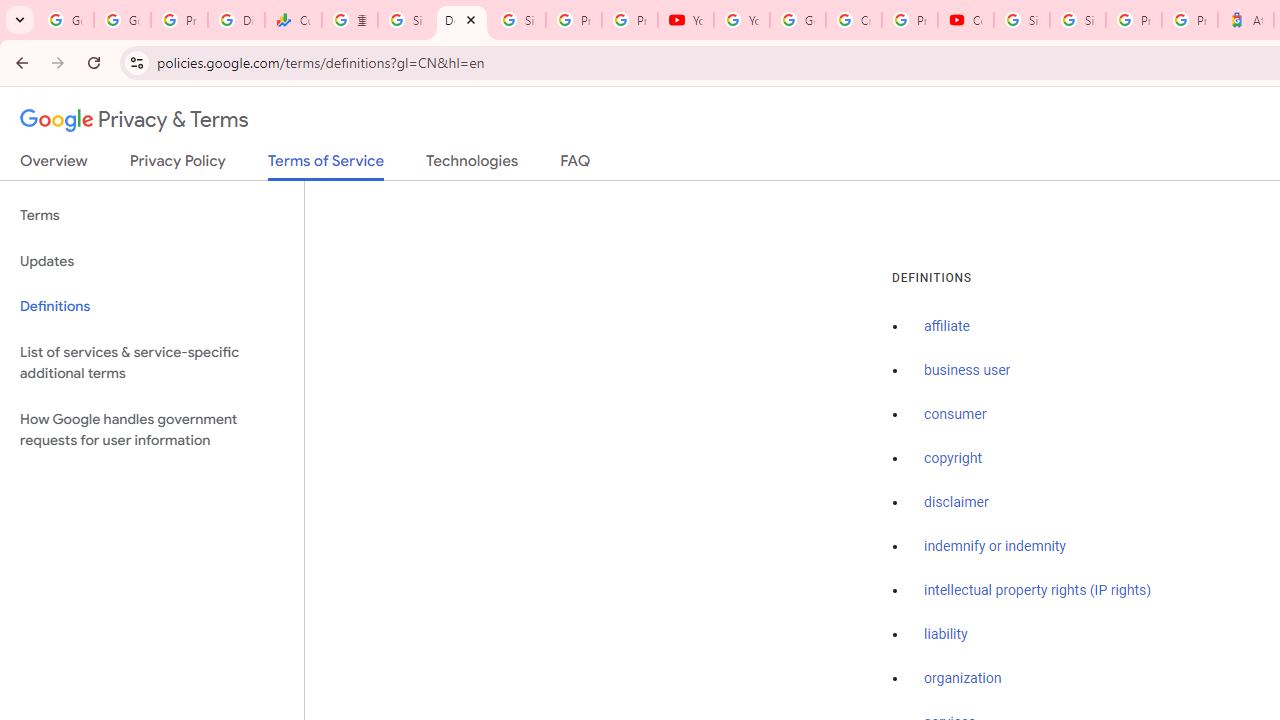 The width and height of the screenshot is (1280, 720). I want to click on 'YouTube', so click(741, 20).